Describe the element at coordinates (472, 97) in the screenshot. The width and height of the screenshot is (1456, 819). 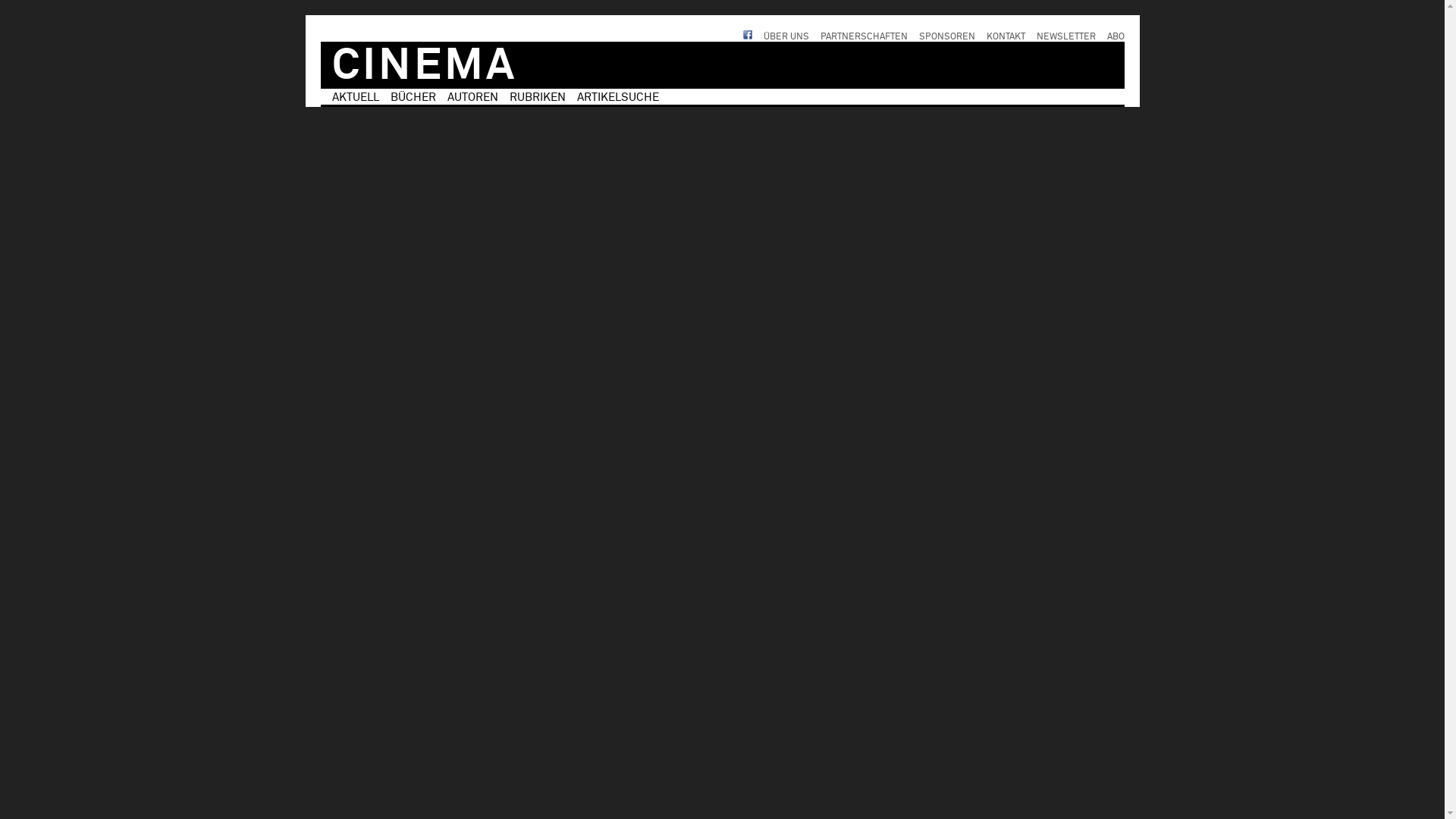
I see `'AUTOREN'` at that location.